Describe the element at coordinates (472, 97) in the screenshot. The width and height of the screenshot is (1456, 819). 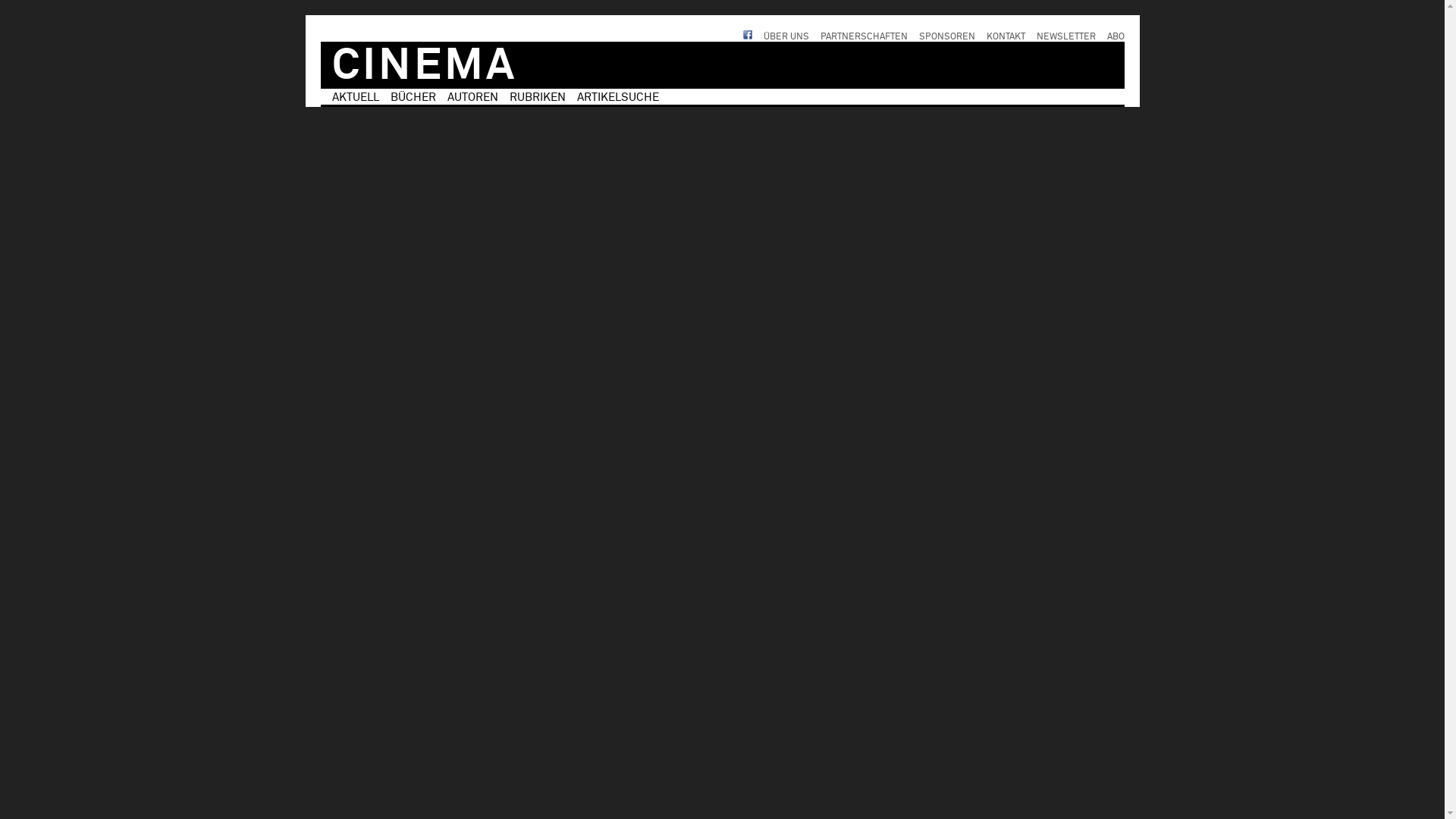
I see `'AUTOREN'` at that location.